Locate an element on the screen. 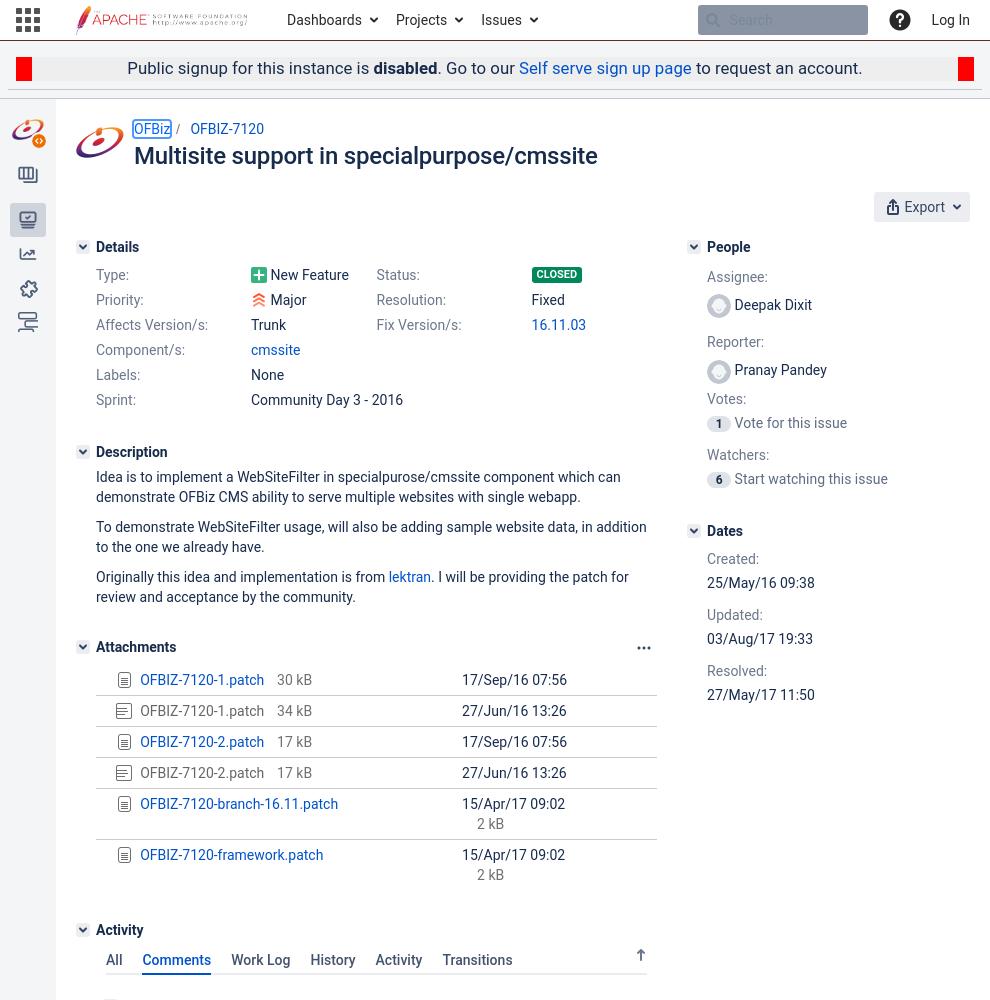 This screenshot has height=1000, width=990. 'Resolved:' is located at coordinates (735, 670).